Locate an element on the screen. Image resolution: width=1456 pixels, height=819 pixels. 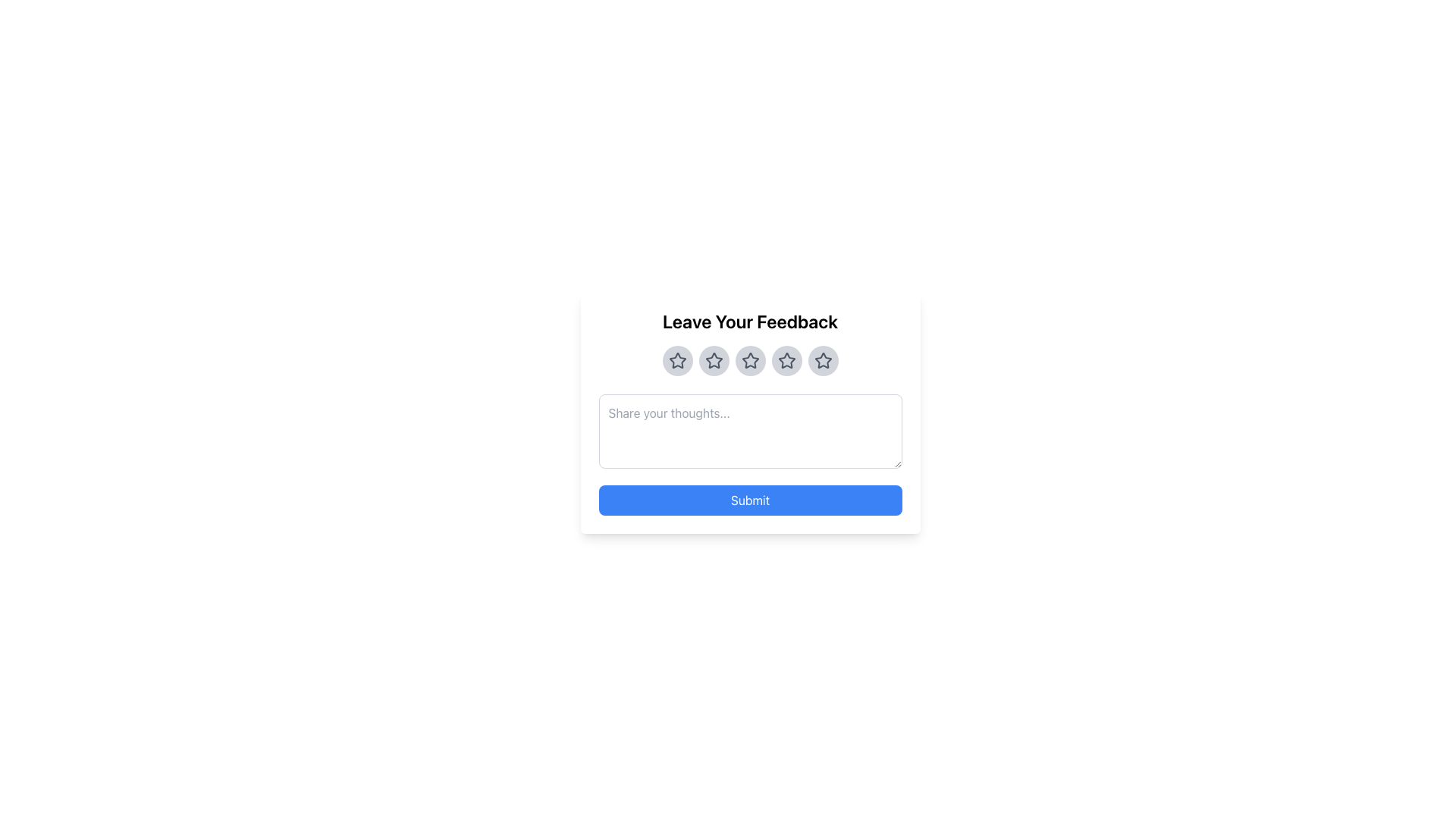
on the third star icon in the interactive visual rating element located below the 'Leave Your Feedback' header is located at coordinates (750, 360).